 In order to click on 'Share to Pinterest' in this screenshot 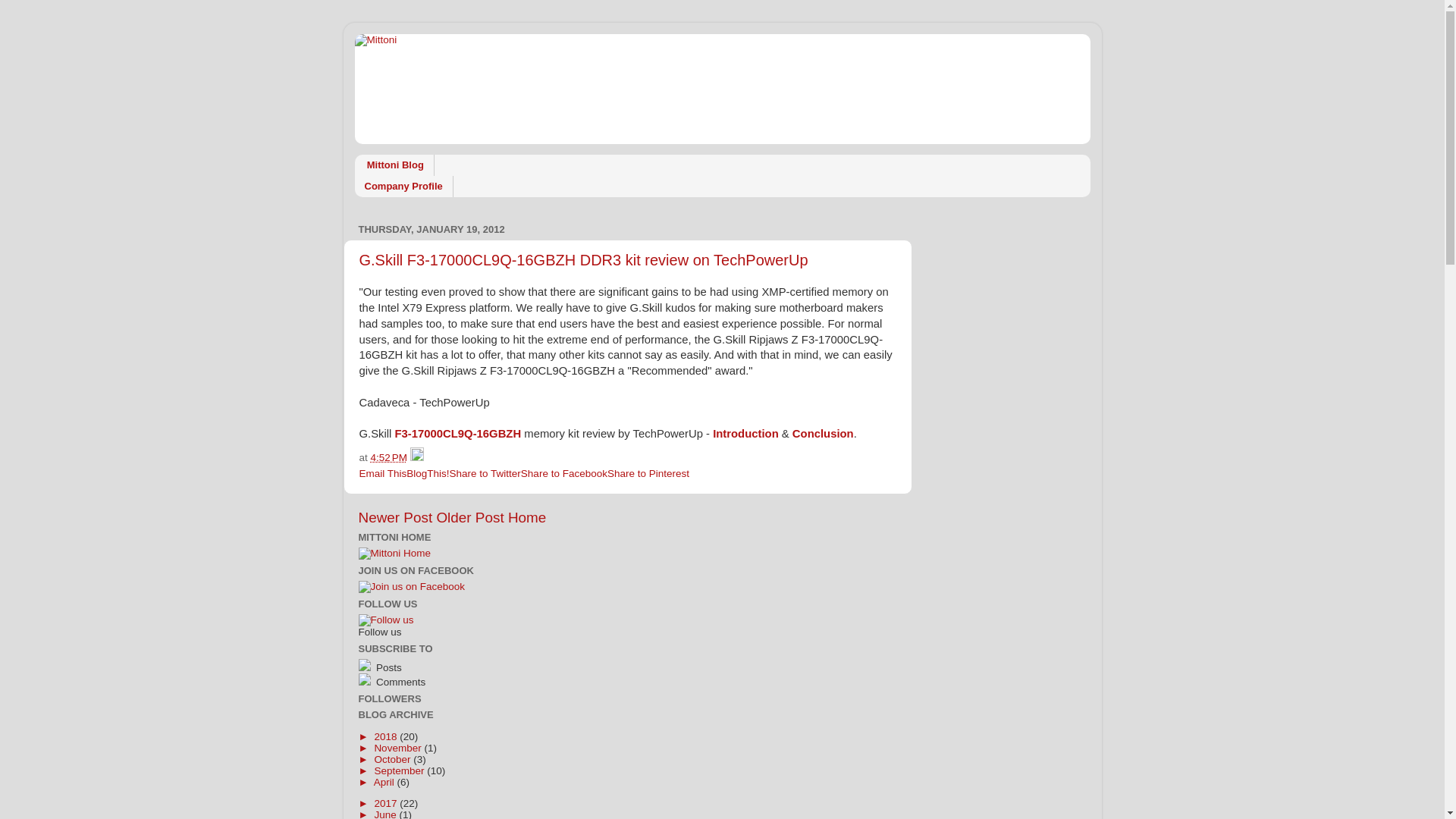, I will do `click(648, 472)`.